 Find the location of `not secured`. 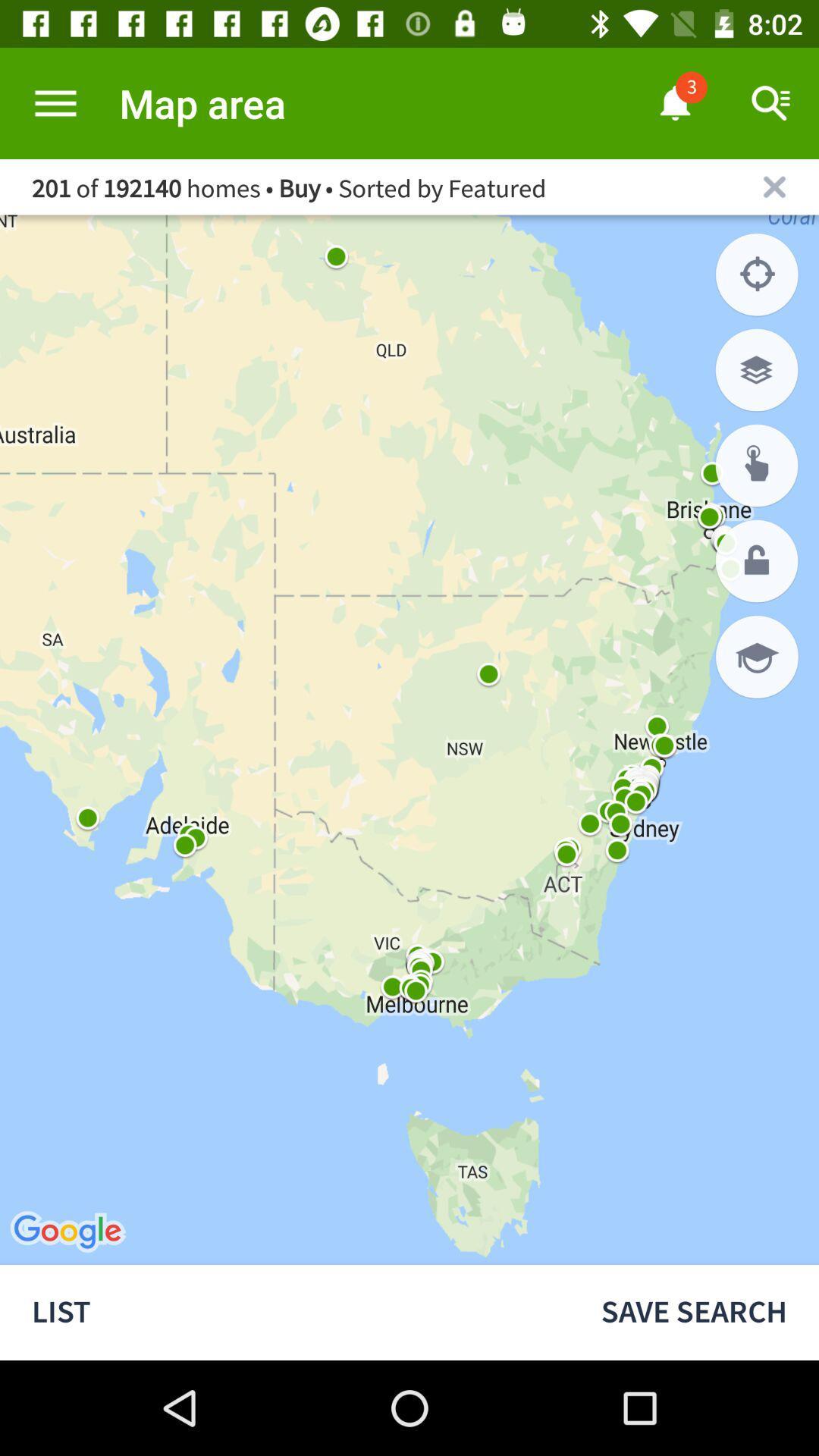

not secured is located at coordinates (757, 560).